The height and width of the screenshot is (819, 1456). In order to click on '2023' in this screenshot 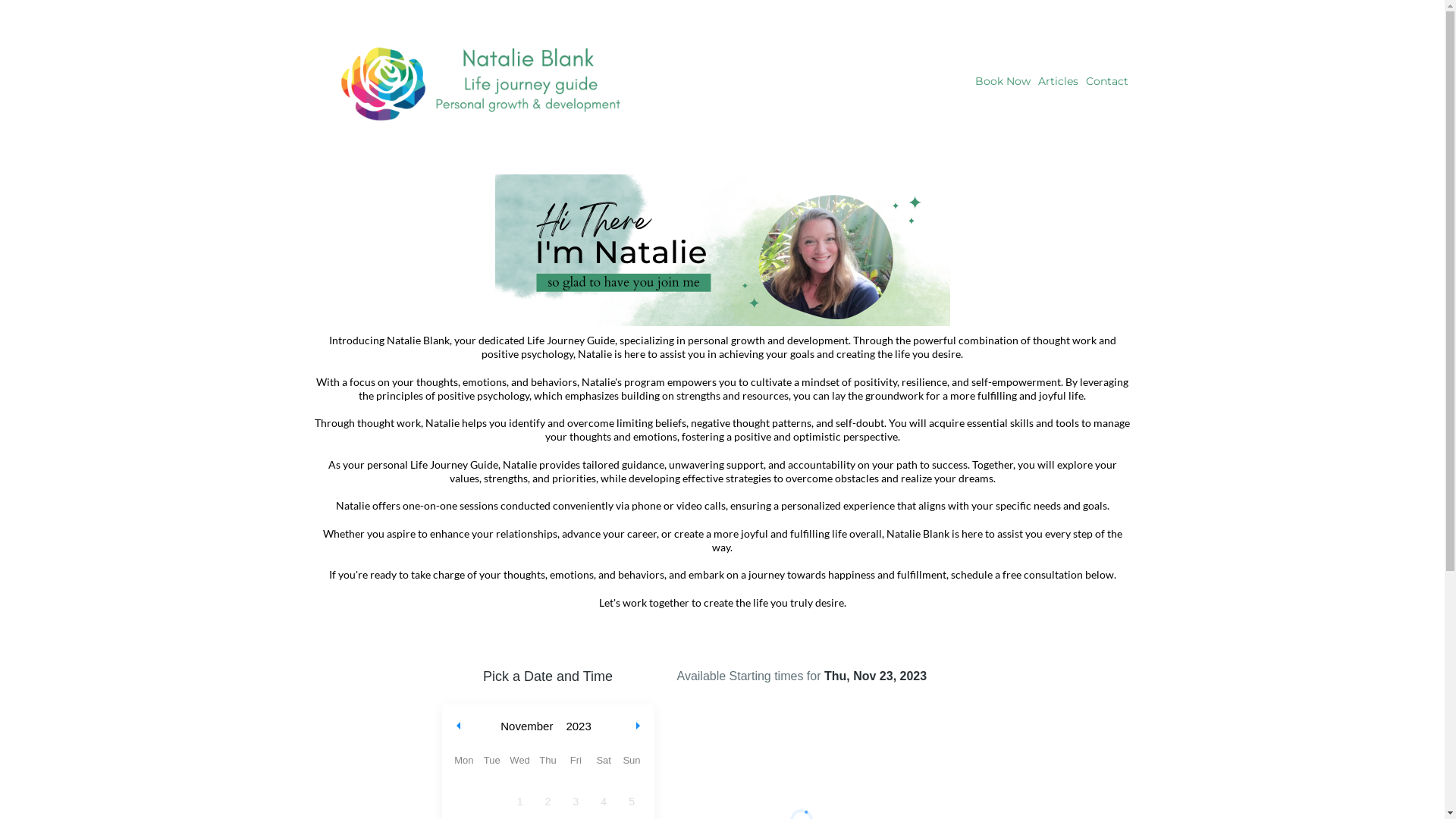, I will do `click(560, 725)`.